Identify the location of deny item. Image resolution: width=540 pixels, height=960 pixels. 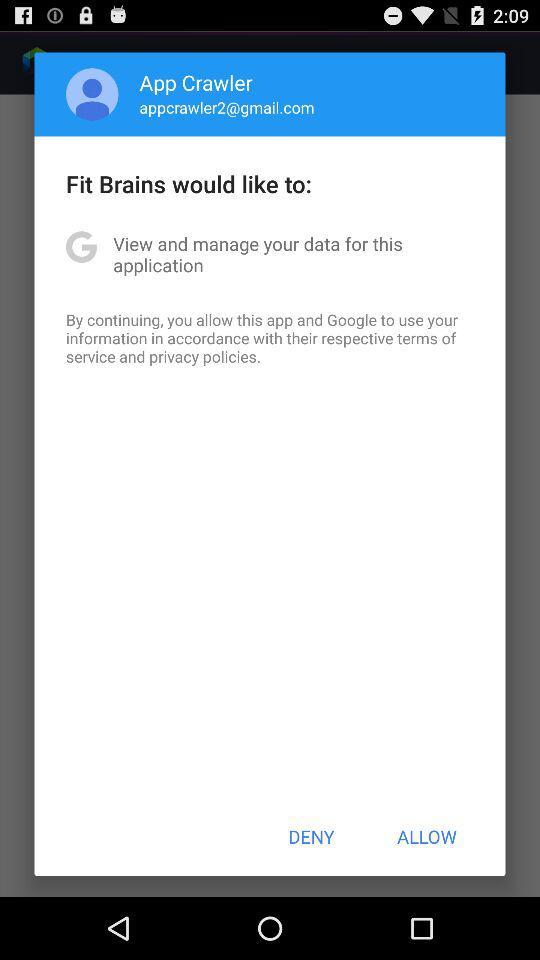
(311, 836).